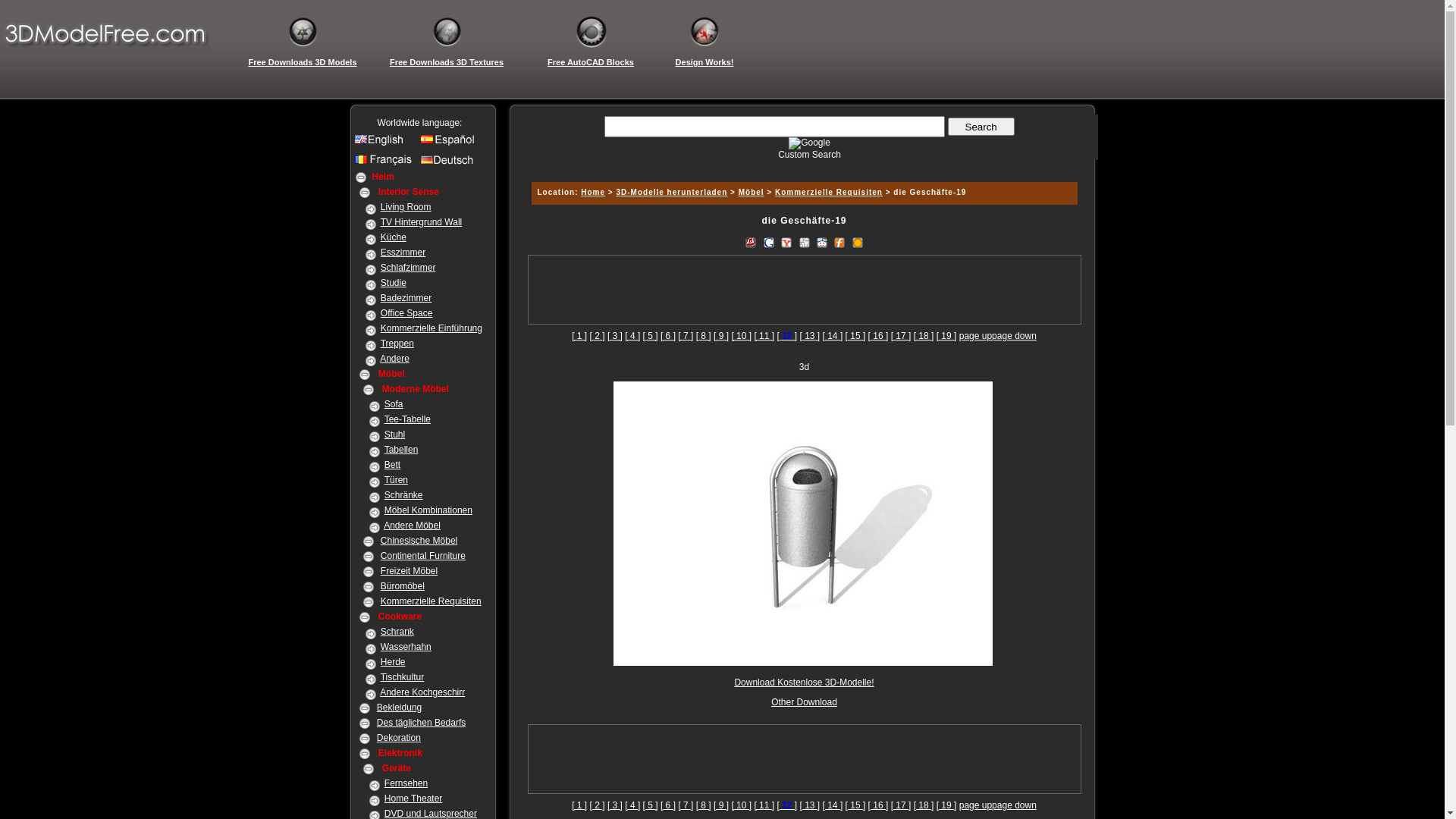 The height and width of the screenshot is (819, 1456). Describe the element at coordinates (832, 804) in the screenshot. I see `'[ 14 ]'` at that location.